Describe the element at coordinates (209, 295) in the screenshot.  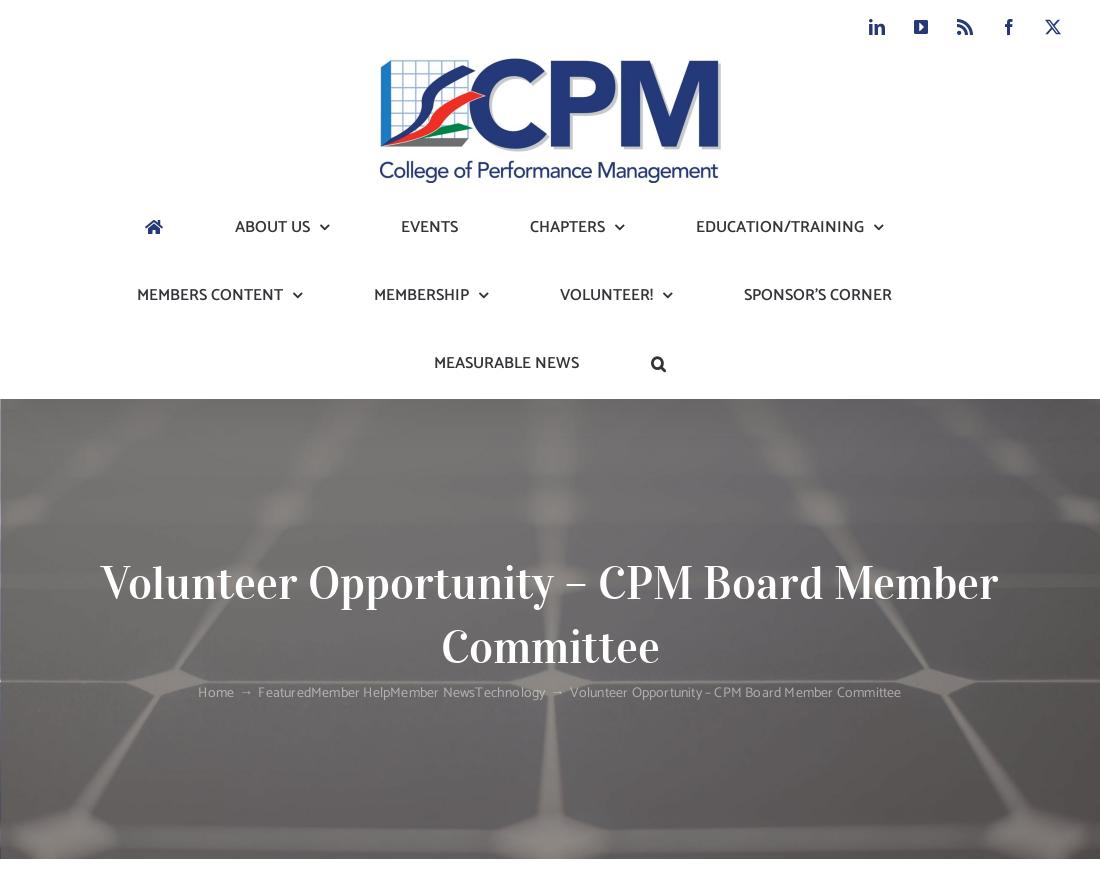
I see `'MEMBERS CONTENT'` at that location.